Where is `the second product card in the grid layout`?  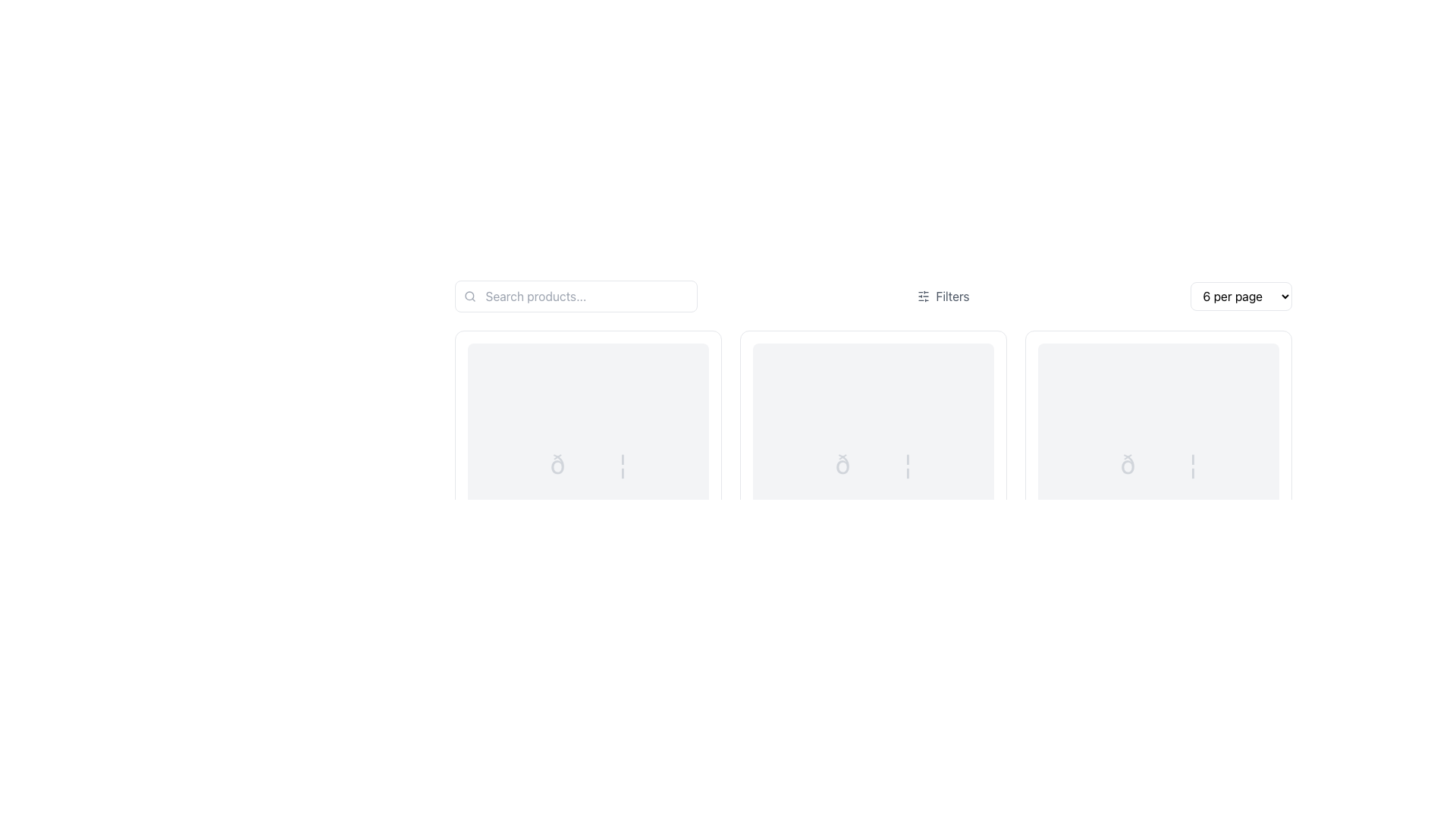 the second product card in the grid layout is located at coordinates (873, 493).